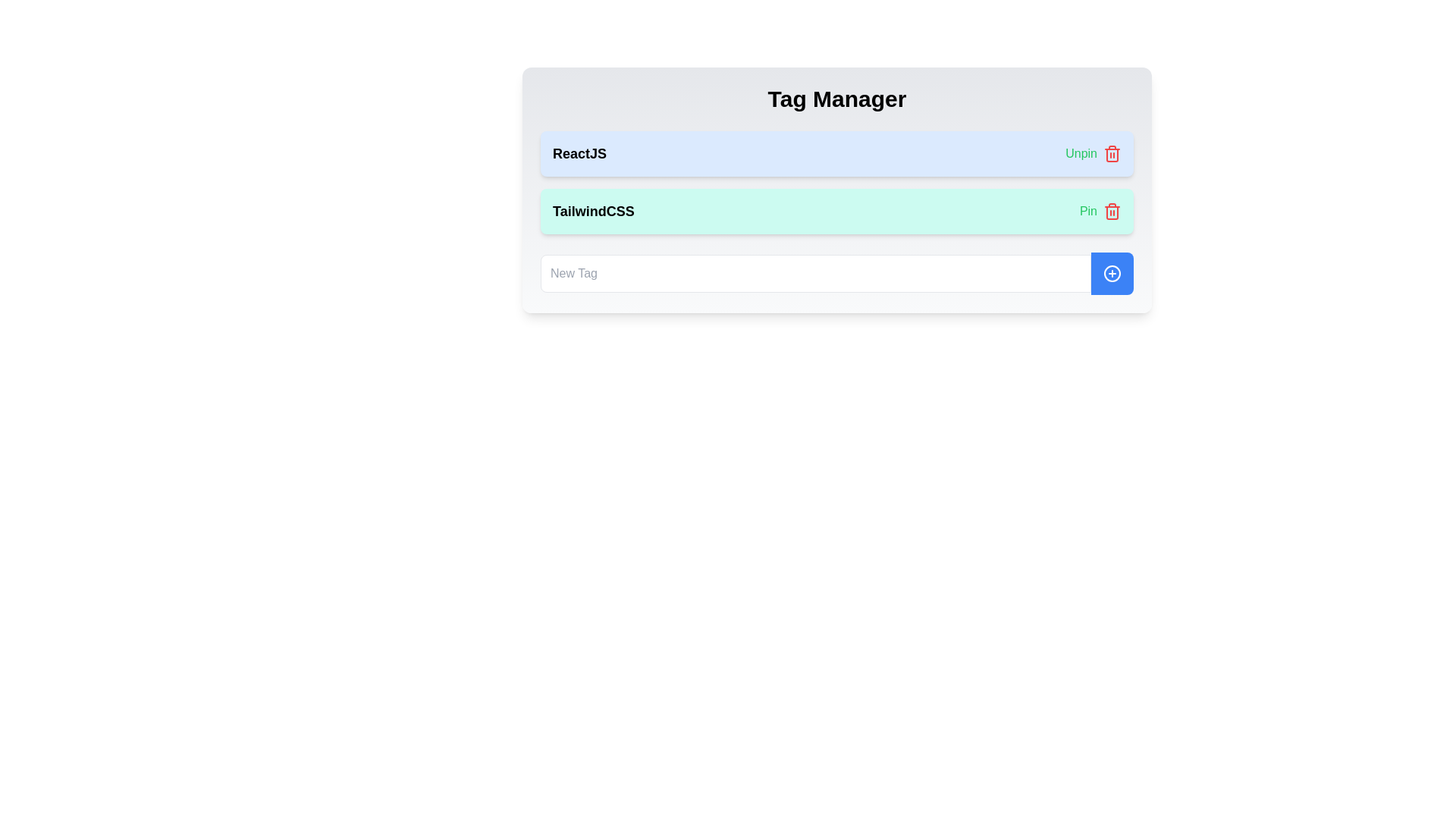 The height and width of the screenshot is (819, 1456). What do you see at coordinates (592, 211) in the screenshot?
I see `text label displaying 'TailwindCSS' which is prominently styled in bold and larger font, located within a horizontally aligned group with a light teal background` at bounding box center [592, 211].